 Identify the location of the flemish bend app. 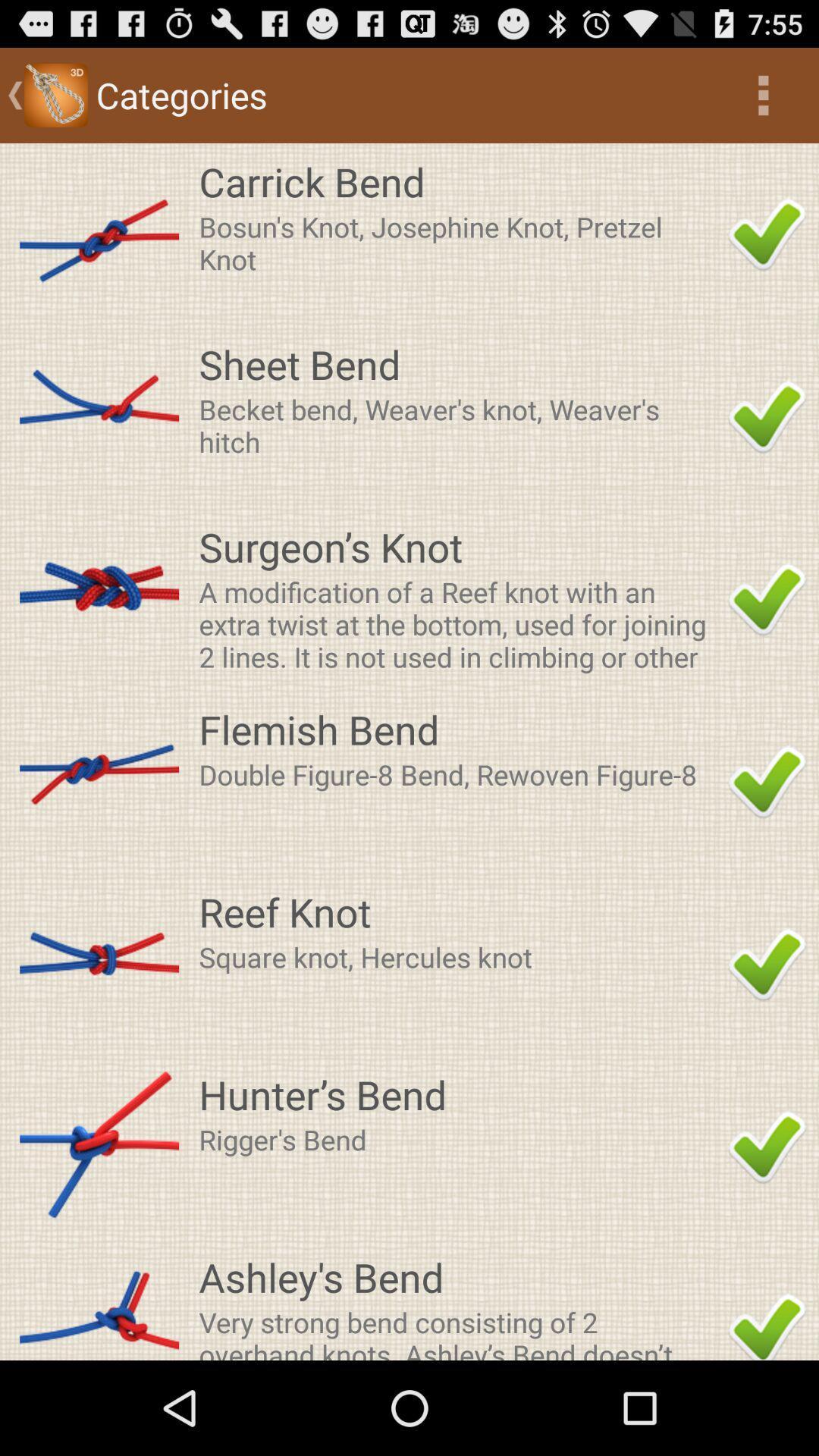
(458, 729).